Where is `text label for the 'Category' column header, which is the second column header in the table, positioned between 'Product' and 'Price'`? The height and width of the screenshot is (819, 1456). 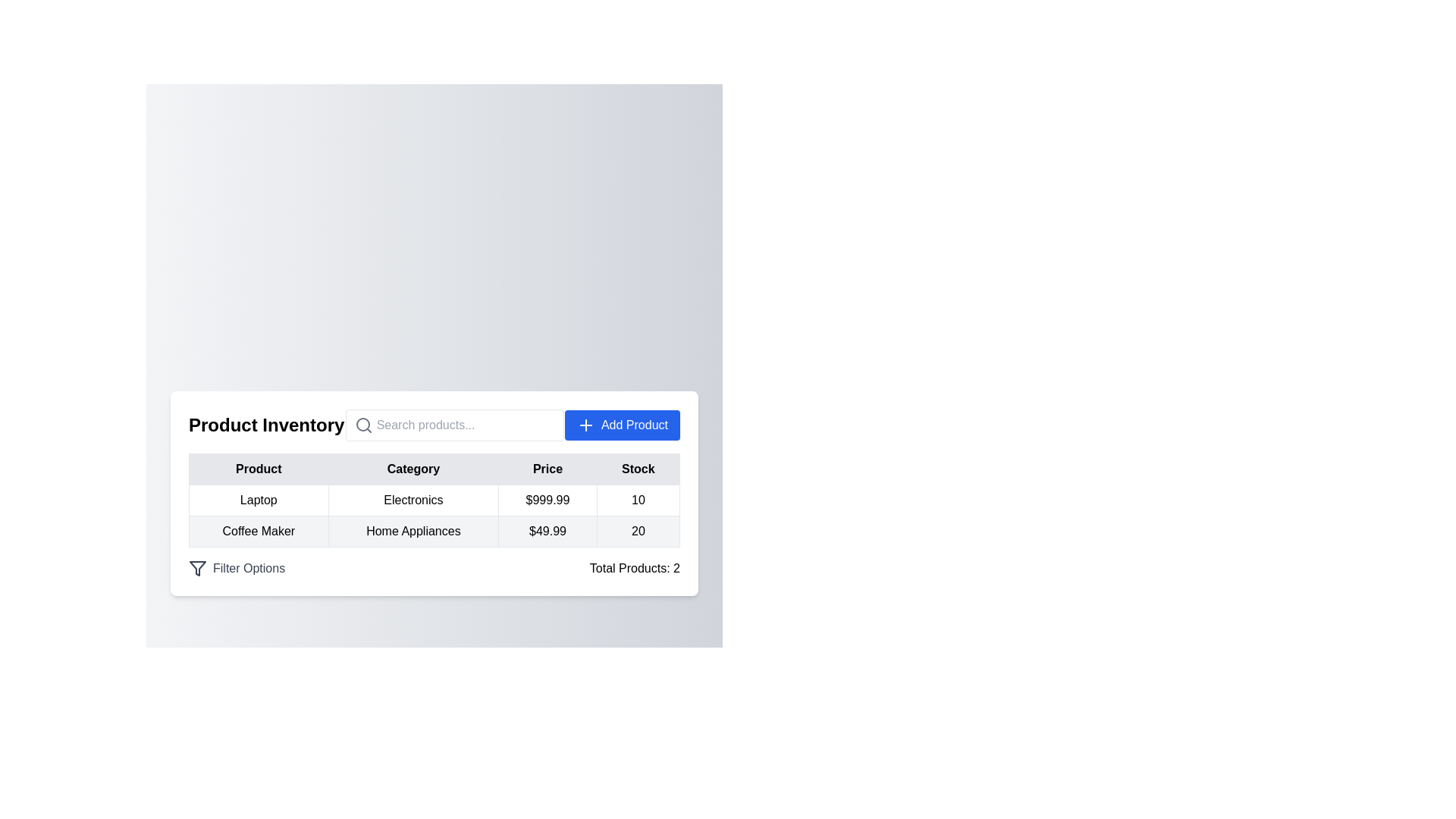
text label for the 'Category' column header, which is the second column header in the table, positioned between 'Product' and 'Price' is located at coordinates (413, 468).